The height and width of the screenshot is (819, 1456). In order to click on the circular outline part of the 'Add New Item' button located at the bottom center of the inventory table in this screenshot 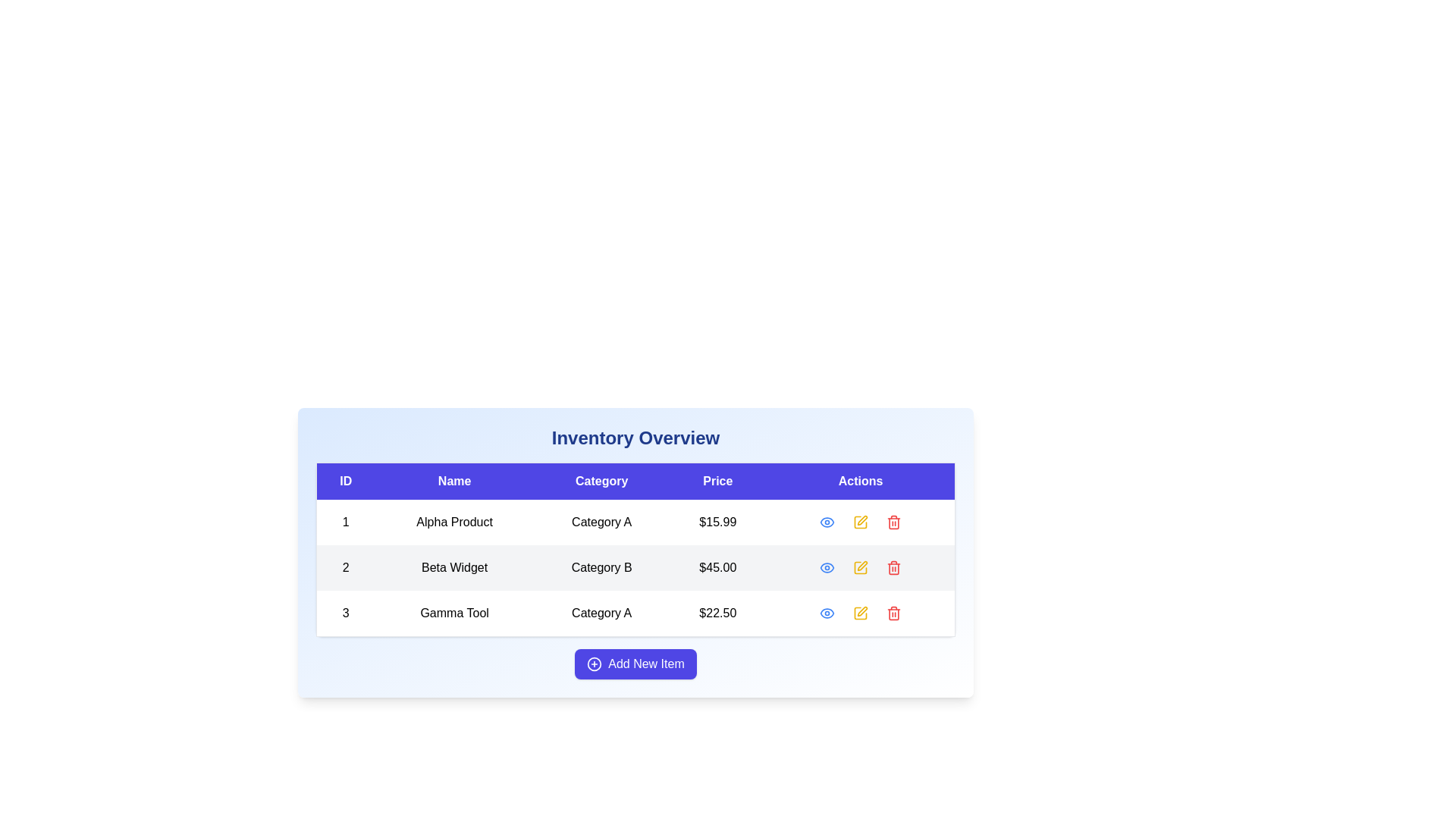, I will do `click(594, 663)`.